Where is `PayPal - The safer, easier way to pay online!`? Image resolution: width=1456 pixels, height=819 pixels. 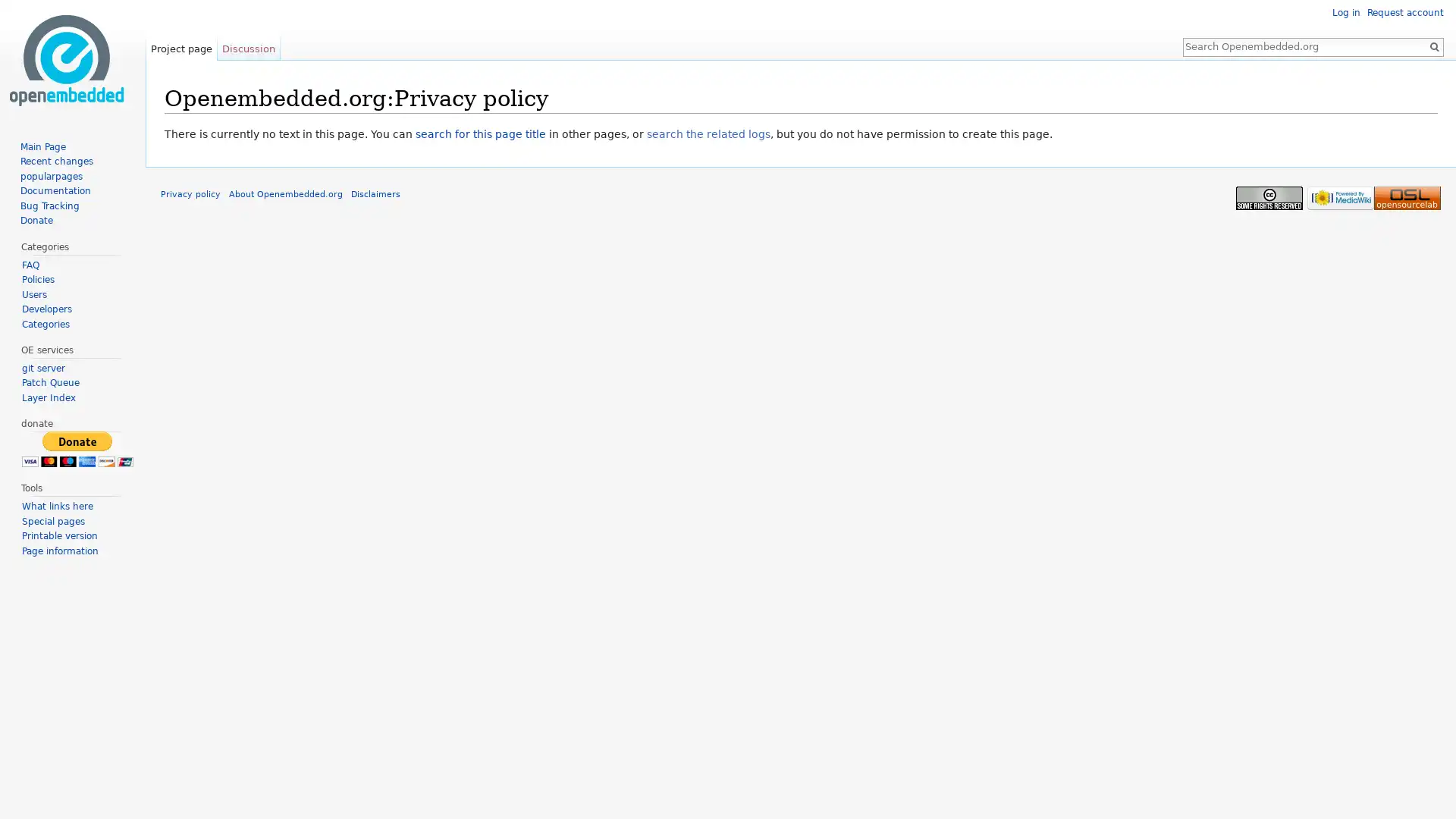 PayPal - The safer, easier way to pay online! is located at coordinates (76, 448).